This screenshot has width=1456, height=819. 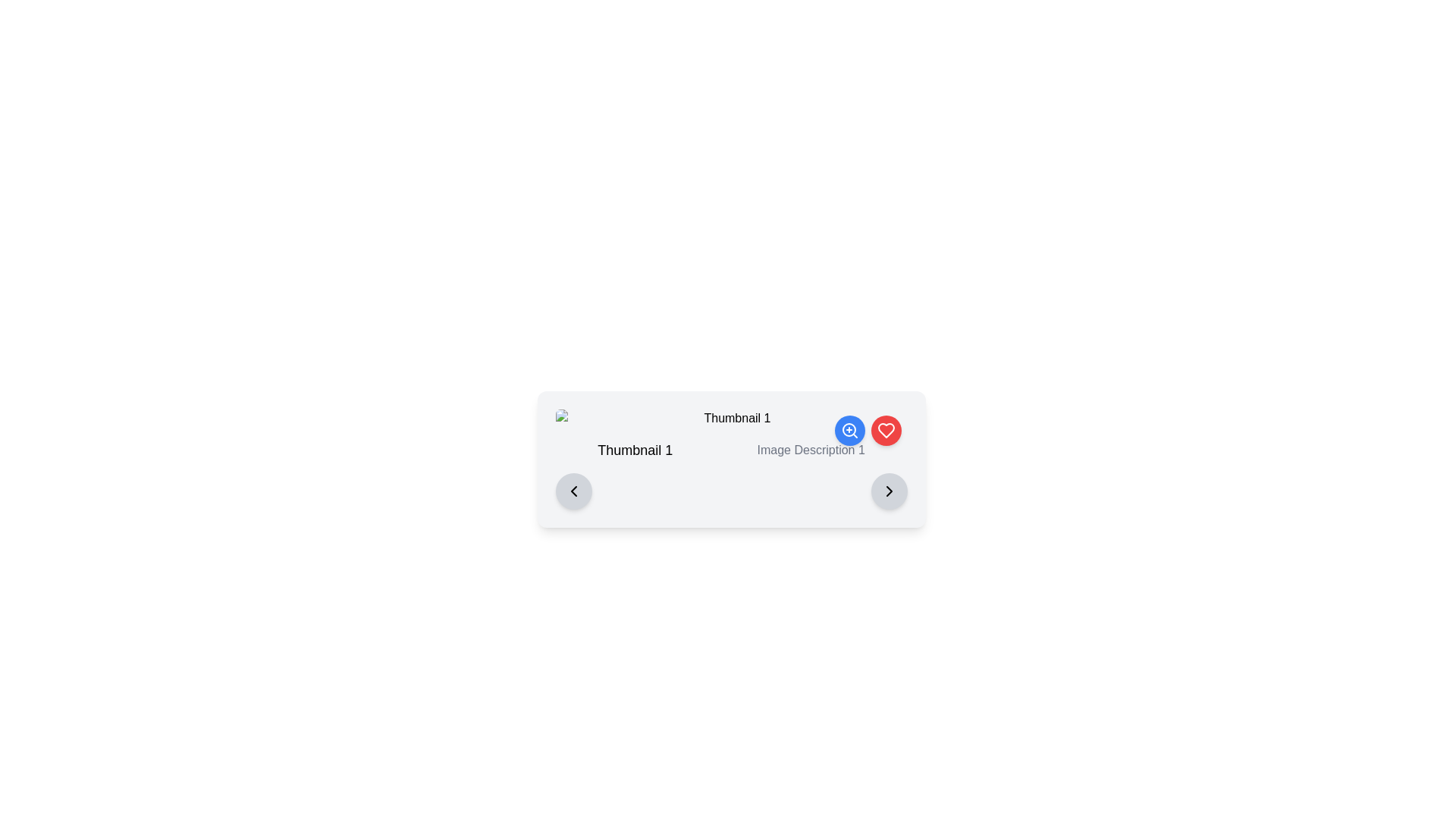 What do you see at coordinates (886, 430) in the screenshot?
I see `the heart-shaped icon filled with red color located in the upper-right corner of the card` at bounding box center [886, 430].